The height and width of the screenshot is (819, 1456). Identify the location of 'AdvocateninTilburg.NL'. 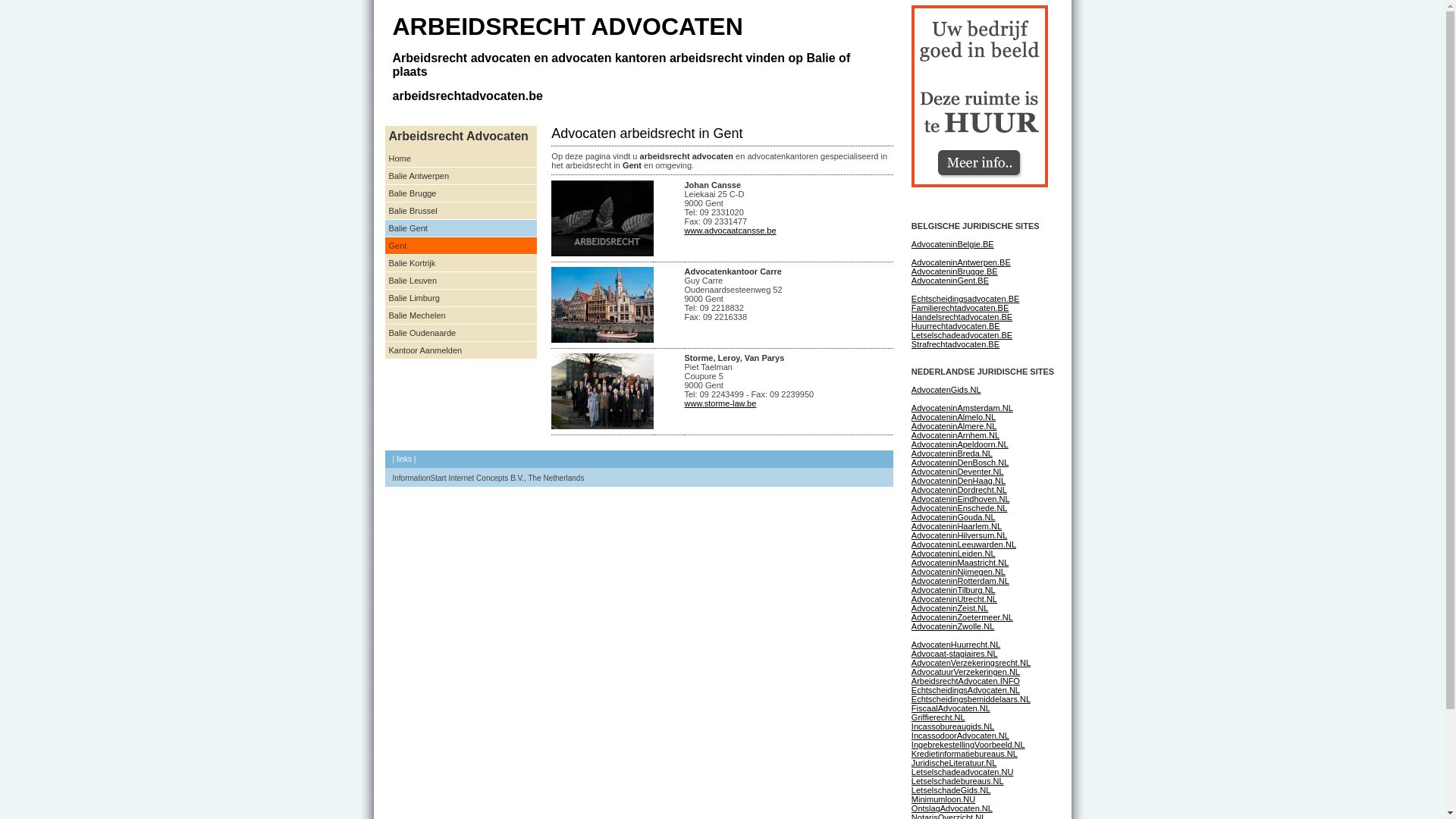
(952, 589).